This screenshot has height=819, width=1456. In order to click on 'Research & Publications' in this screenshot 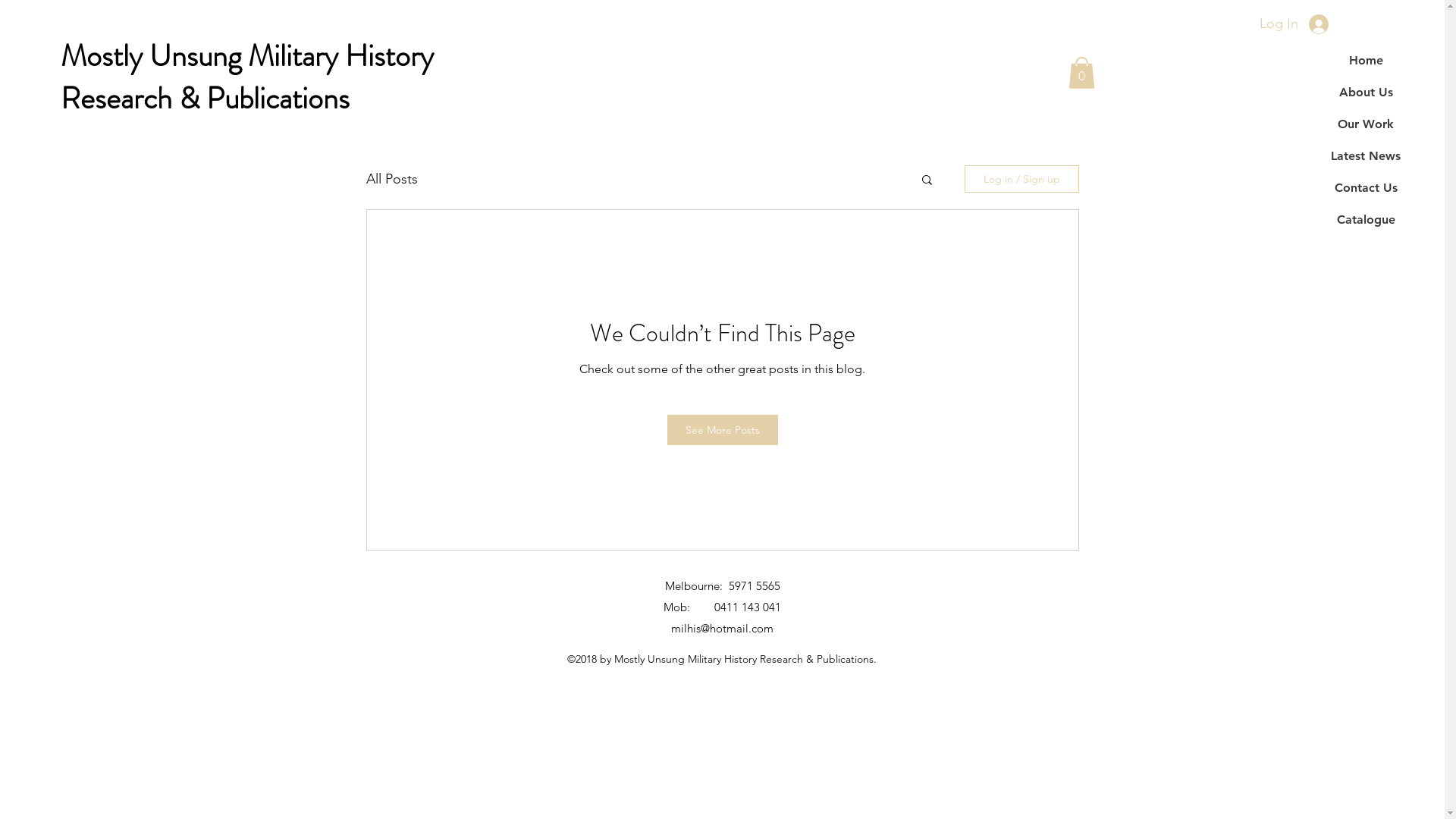, I will do `click(204, 98)`.